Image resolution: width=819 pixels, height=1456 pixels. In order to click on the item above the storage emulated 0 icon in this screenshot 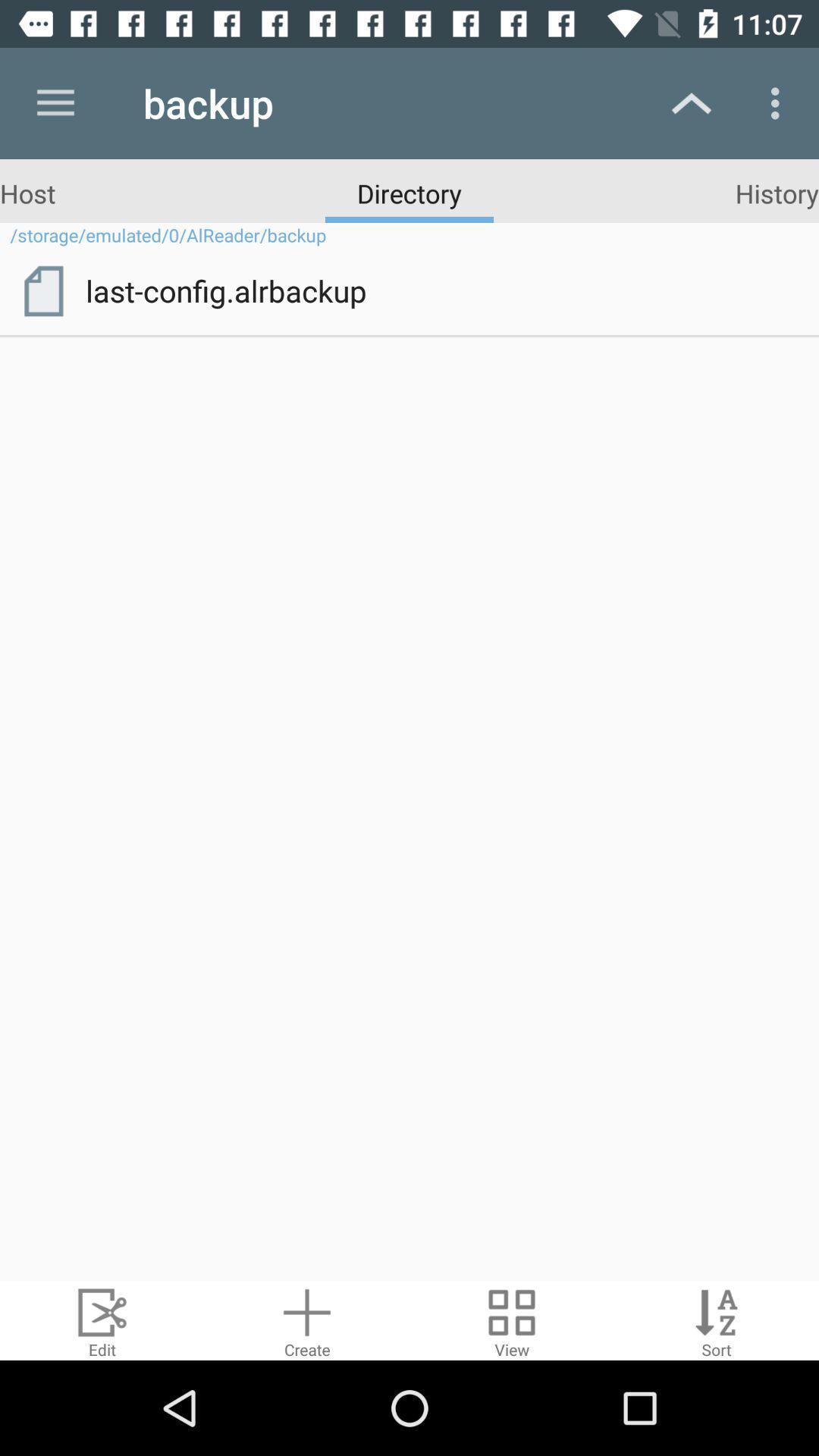, I will do `click(777, 192)`.